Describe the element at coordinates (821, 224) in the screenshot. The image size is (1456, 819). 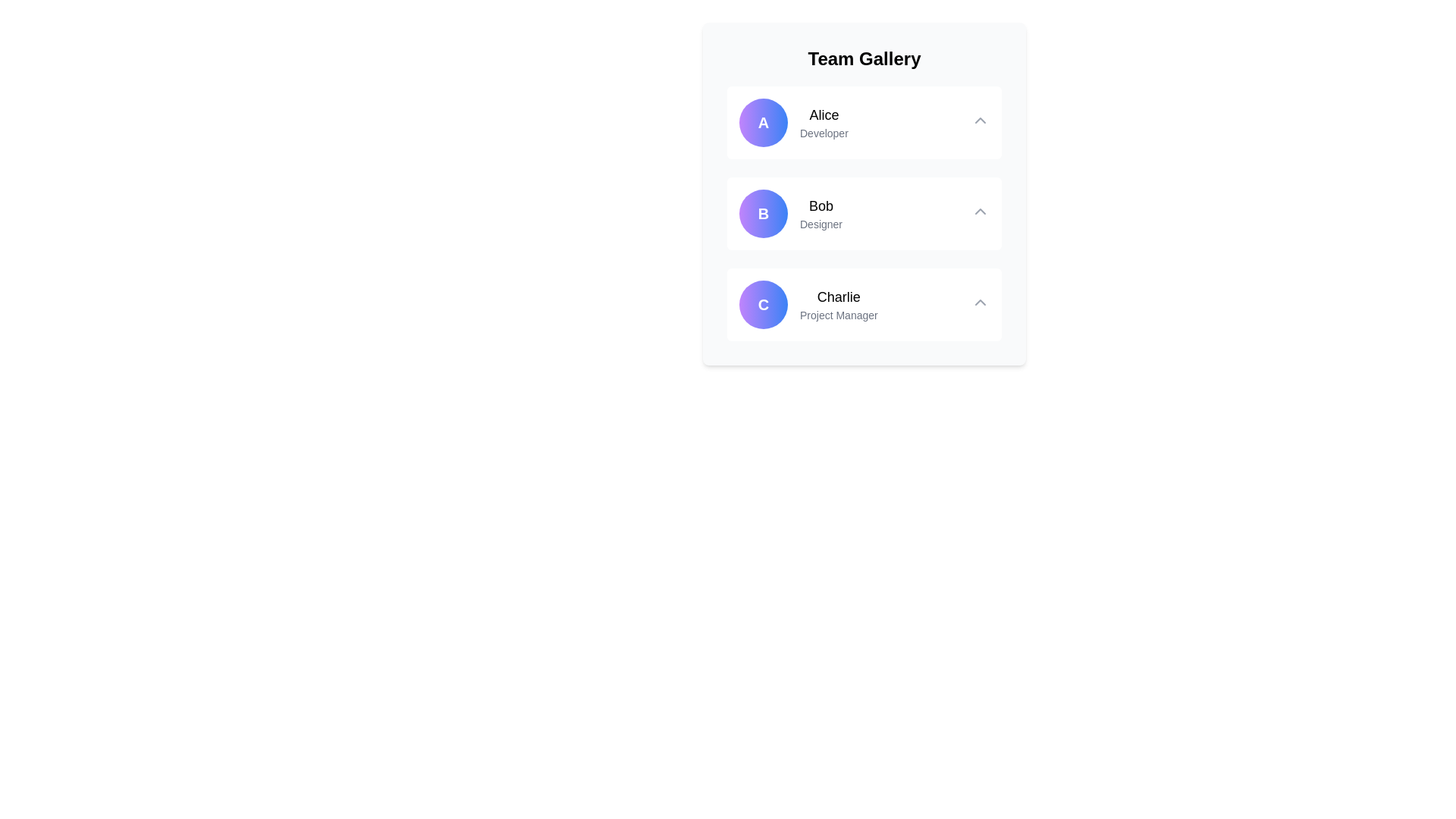
I see `the text label that provides additional information about the individual named 'Bob' located underneath the 'Bob' title in the second card of the 'Team Gallery' section` at that location.